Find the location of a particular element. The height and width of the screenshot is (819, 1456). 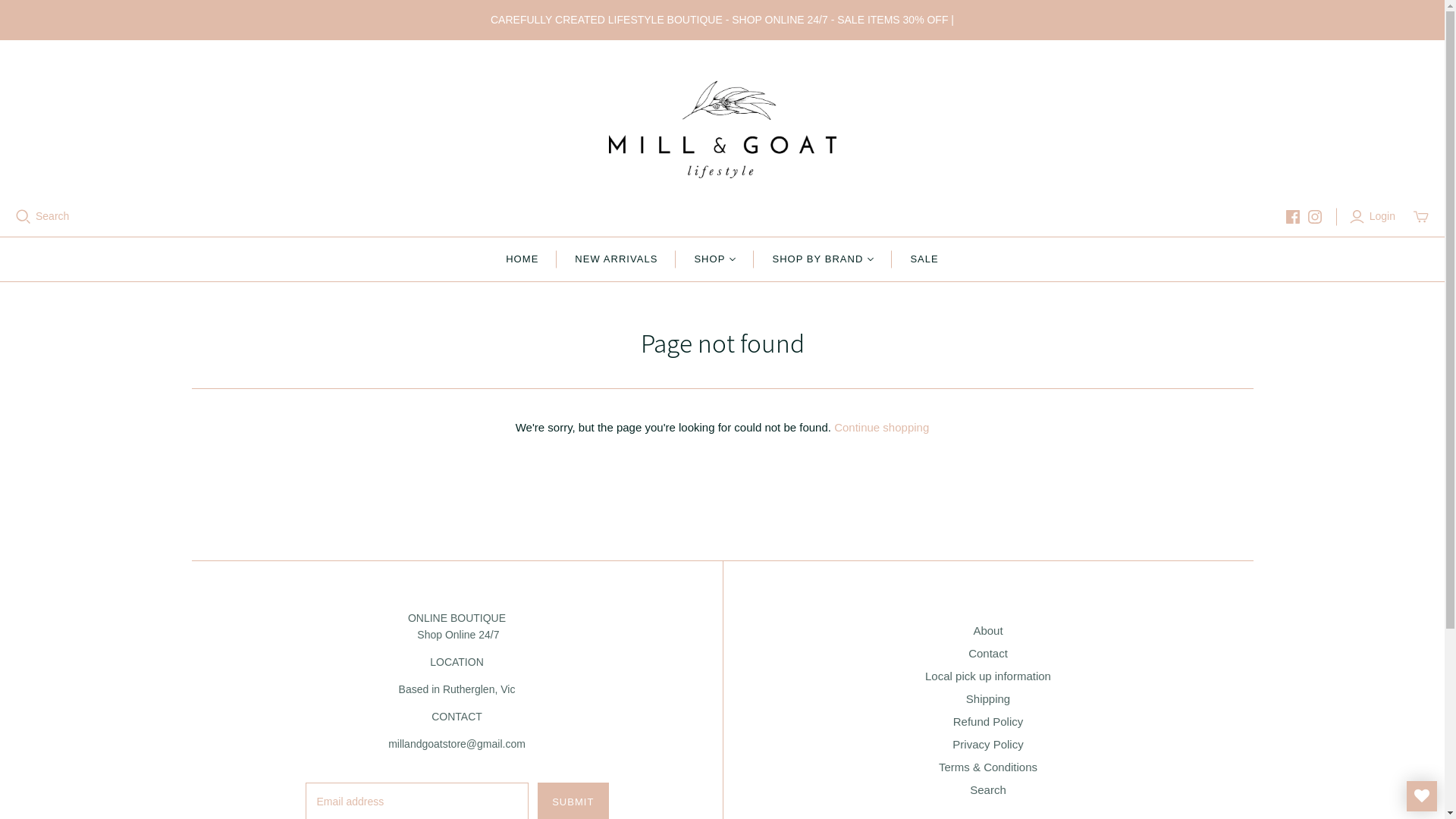

'About' is located at coordinates (987, 630).